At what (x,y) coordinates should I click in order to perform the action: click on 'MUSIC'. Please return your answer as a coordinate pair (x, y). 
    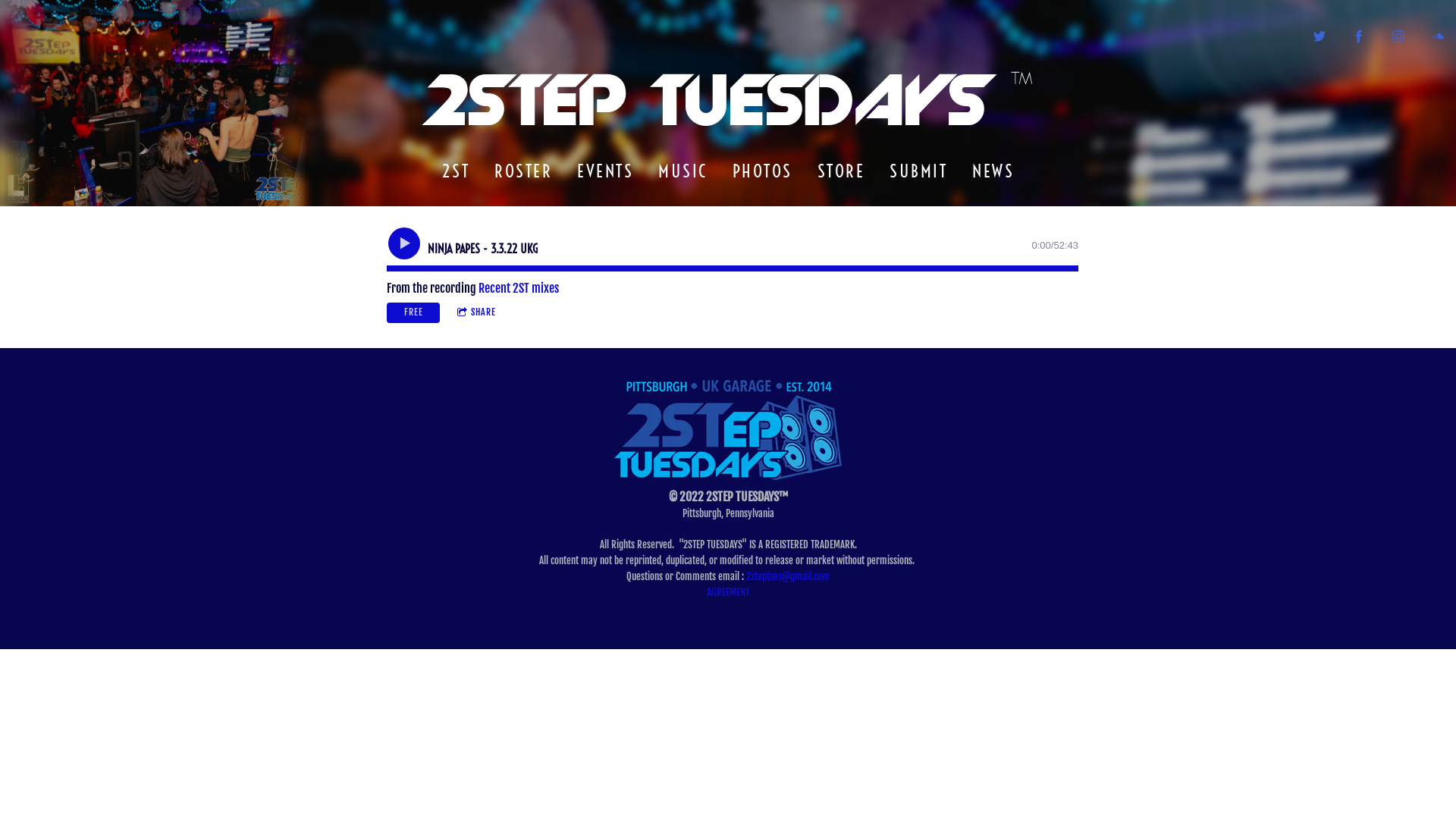
    Looking at the image, I should click on (682, 170).